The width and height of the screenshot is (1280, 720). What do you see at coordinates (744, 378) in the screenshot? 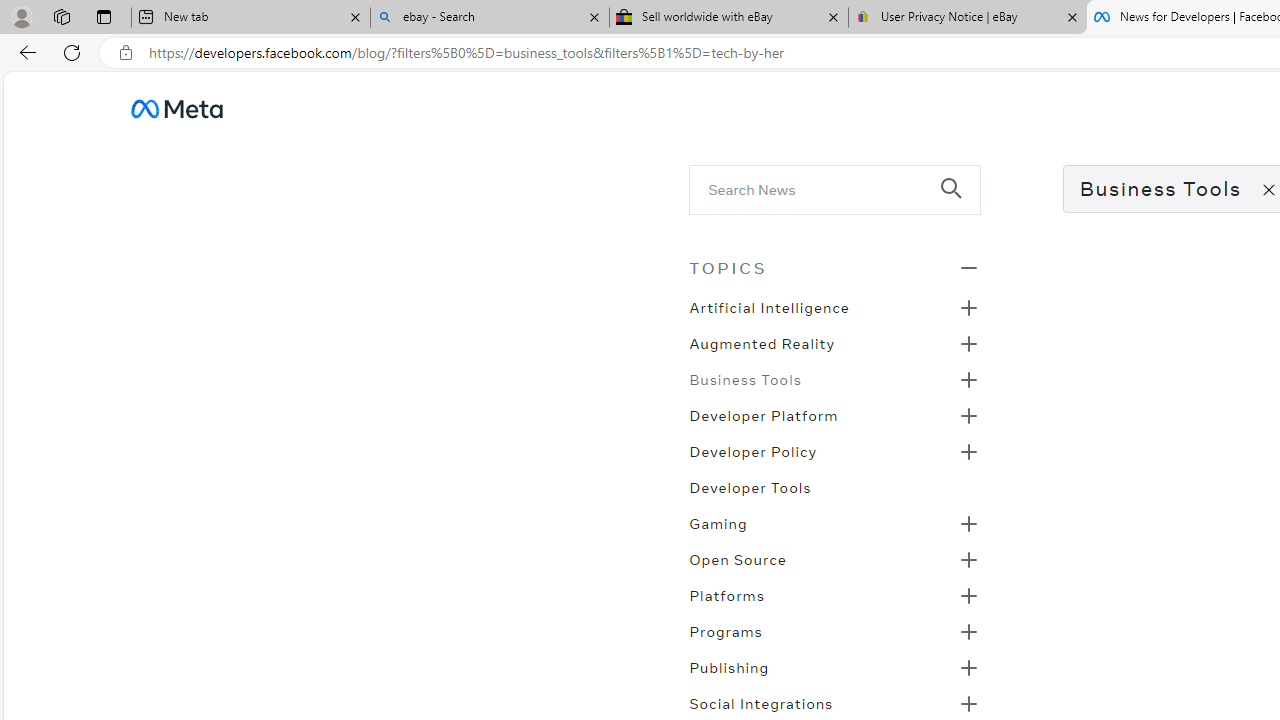
I see `'Business Tools'` at bounding box center [744, 378].